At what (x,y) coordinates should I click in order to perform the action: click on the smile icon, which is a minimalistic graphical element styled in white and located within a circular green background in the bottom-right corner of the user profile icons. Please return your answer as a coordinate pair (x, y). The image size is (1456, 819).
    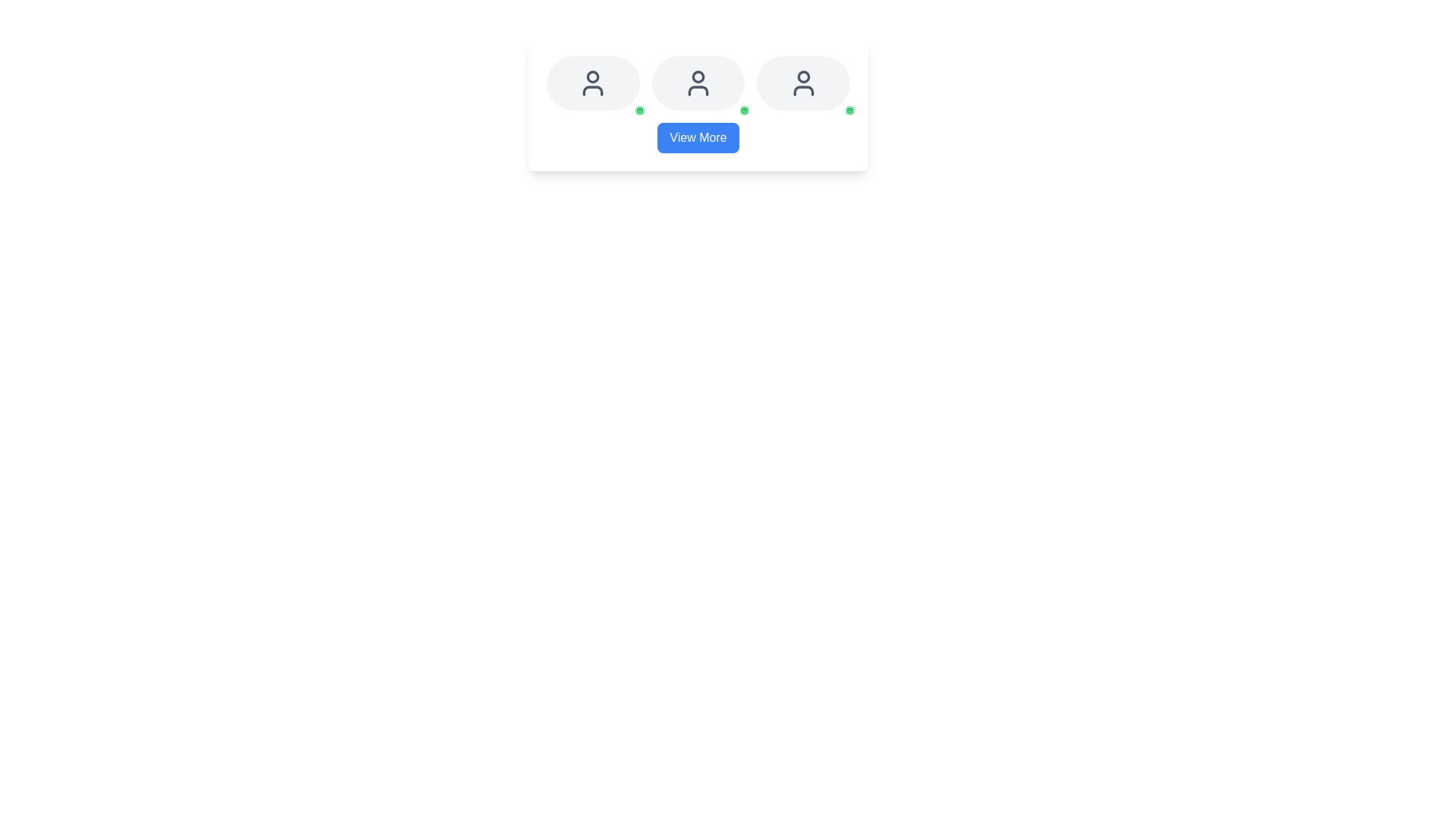
    Looking at the image, I should click on (745, 110).